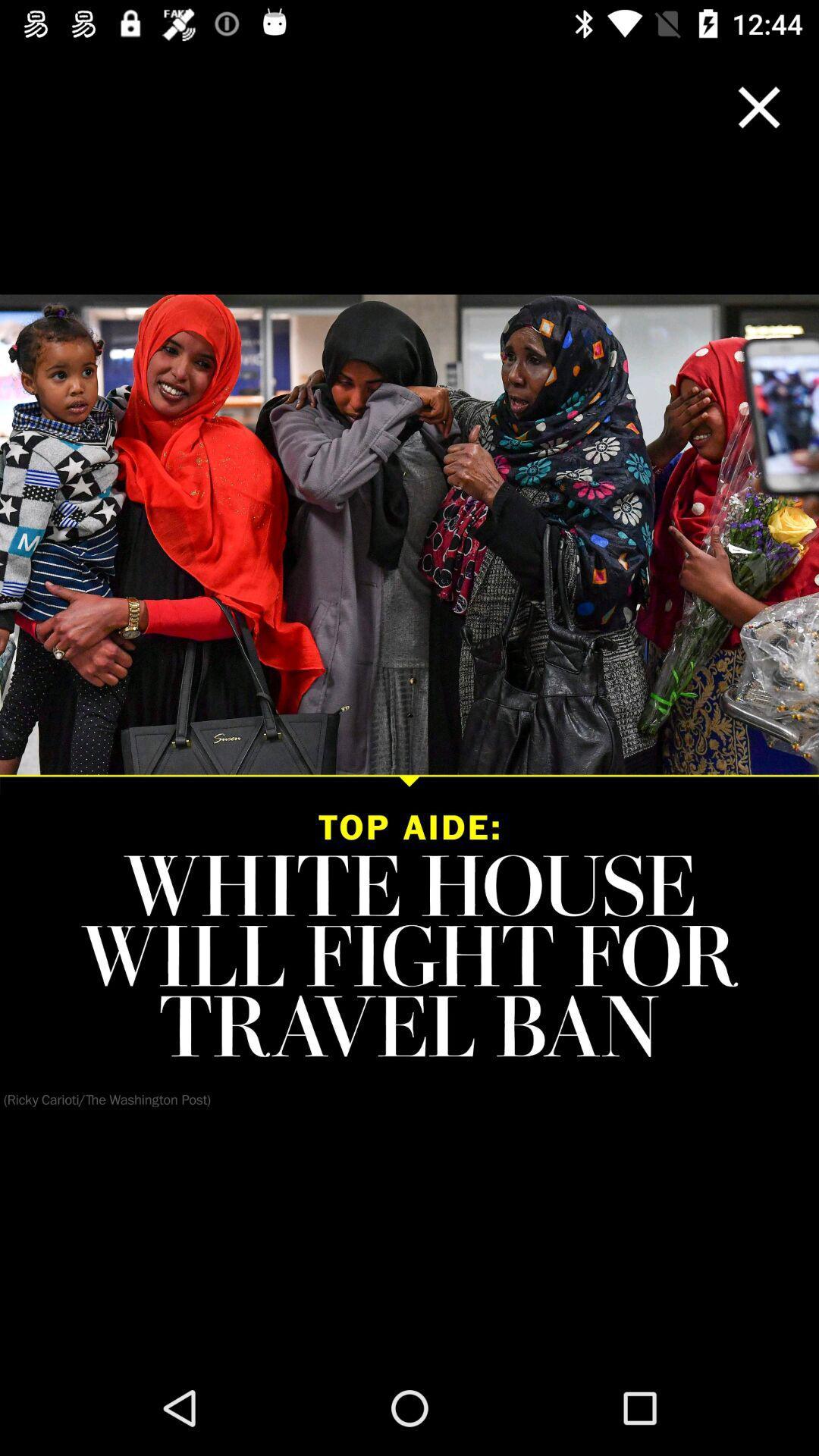 The width and height of the screenshot is (819, 1456). What do you see at coordinates (759, 106) in the screenshot?
I see `the close icon` at bounding box center [759, 106].